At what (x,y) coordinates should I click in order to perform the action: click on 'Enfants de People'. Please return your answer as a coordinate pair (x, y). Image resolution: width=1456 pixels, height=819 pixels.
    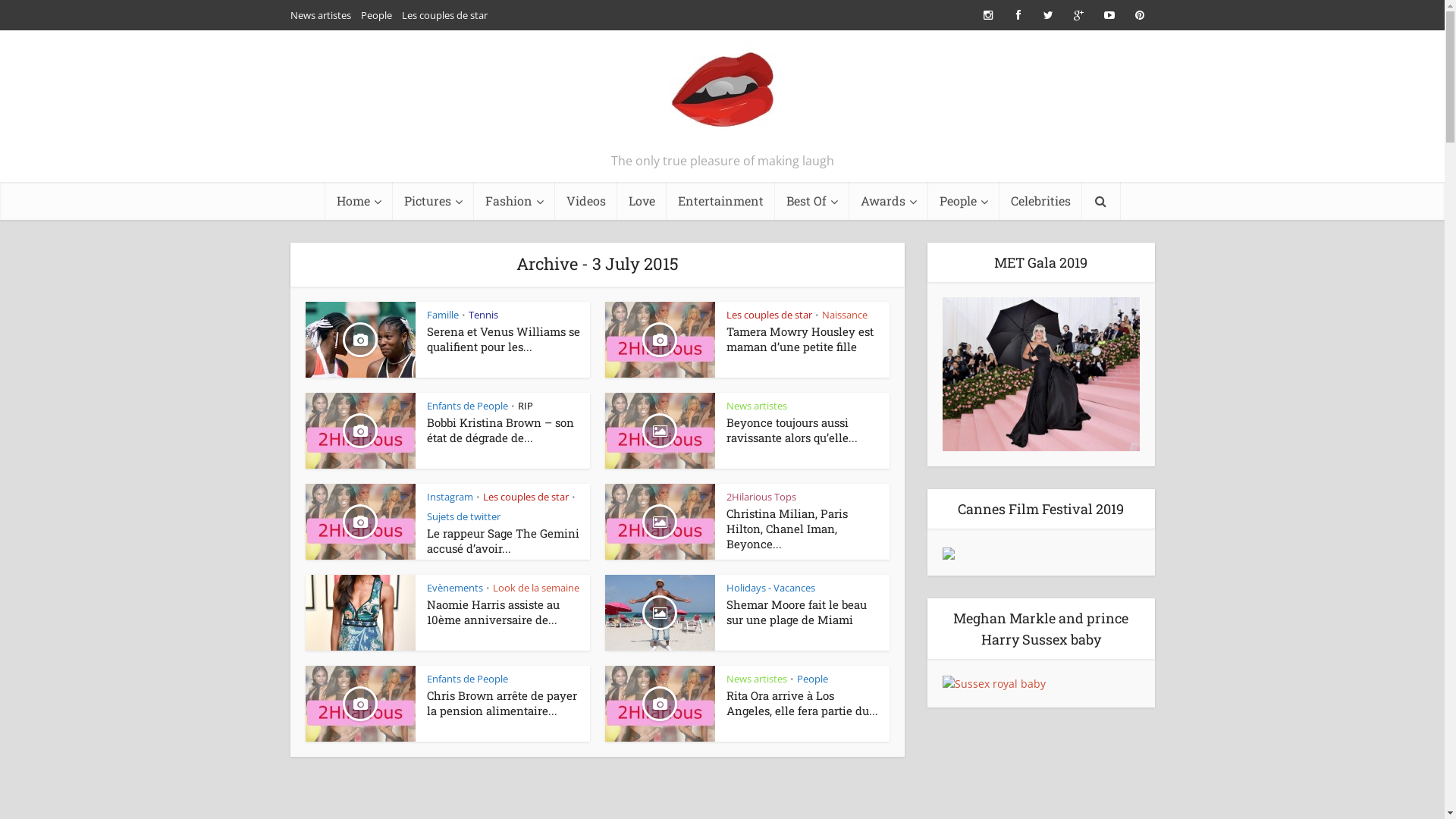
    Looking at the image, I should click on (466, 405).